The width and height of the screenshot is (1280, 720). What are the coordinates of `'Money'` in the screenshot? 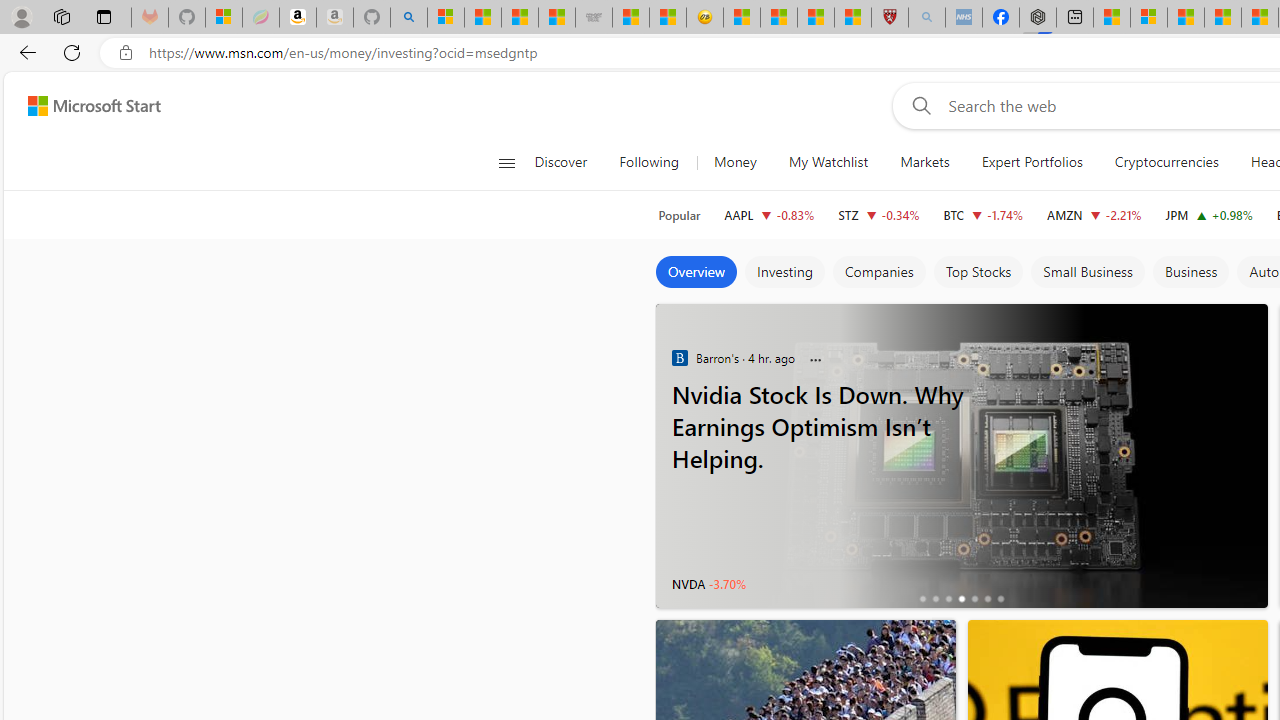 It's located at (733, 162).